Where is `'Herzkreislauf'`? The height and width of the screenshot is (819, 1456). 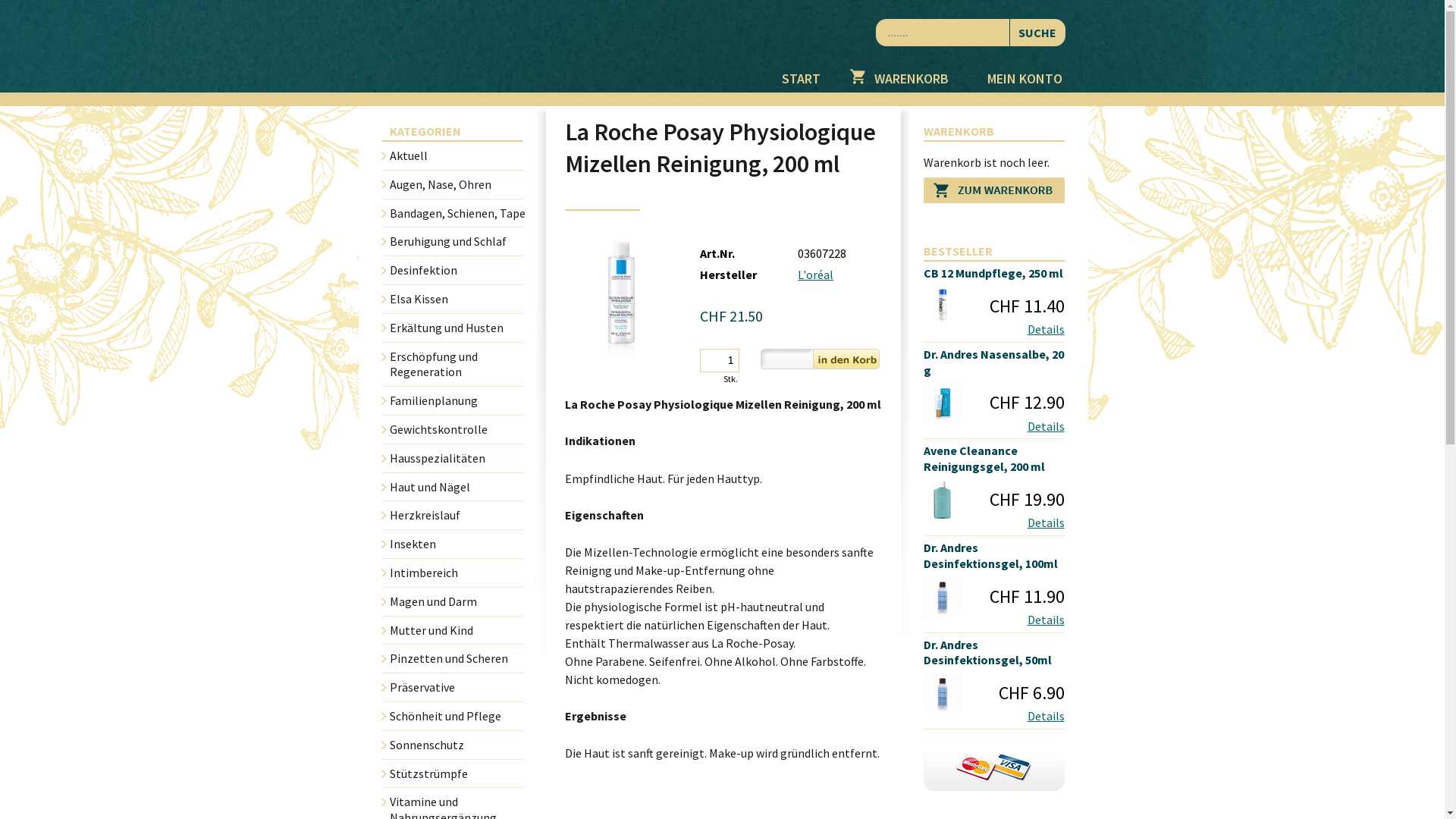 'Herzkreislauf' is located at coordinates (455, 514).